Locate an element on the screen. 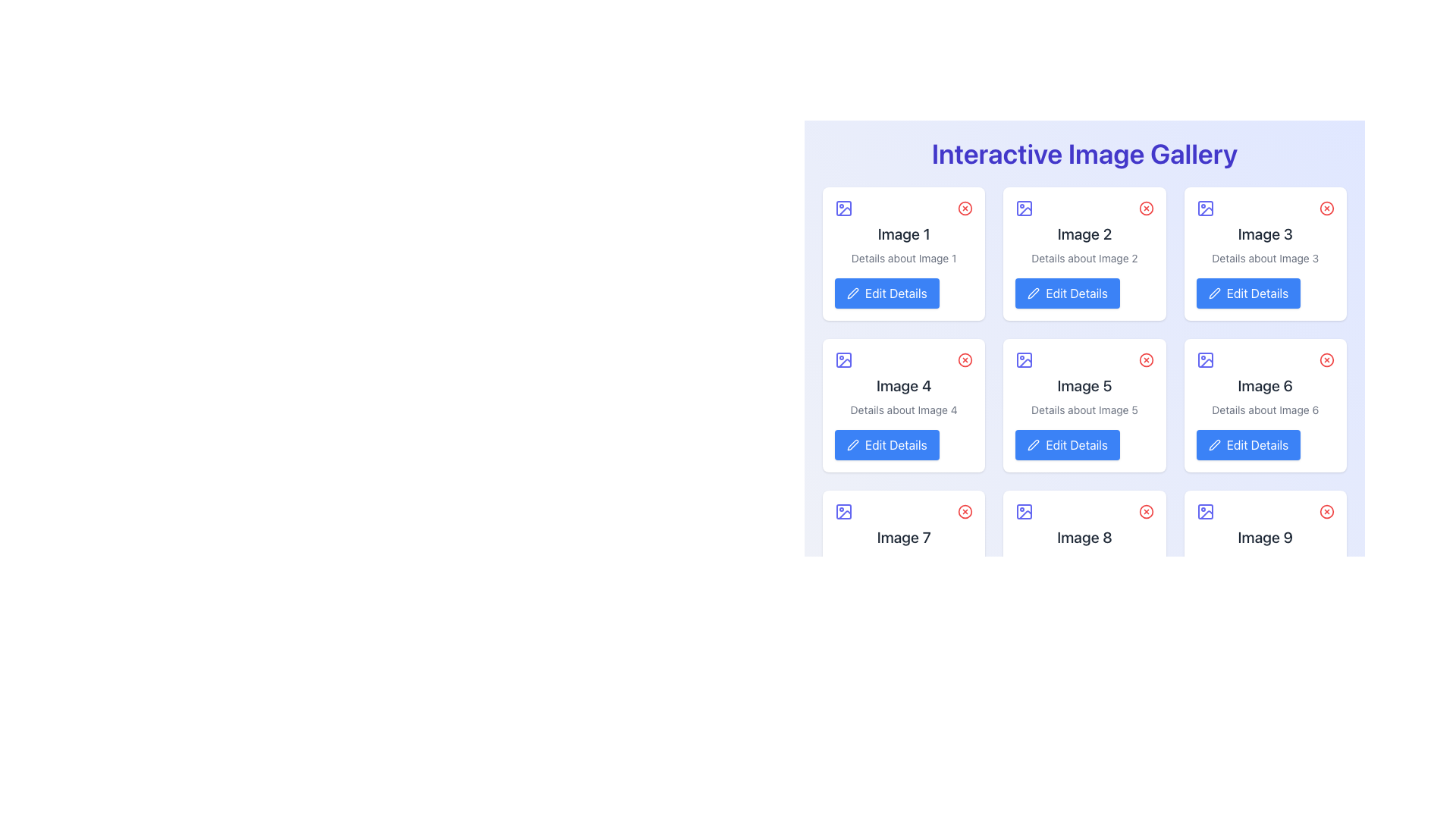  the 'Edit Details' button on the 'Image 6' card in the gallery is located at coordinates (1265, 405).